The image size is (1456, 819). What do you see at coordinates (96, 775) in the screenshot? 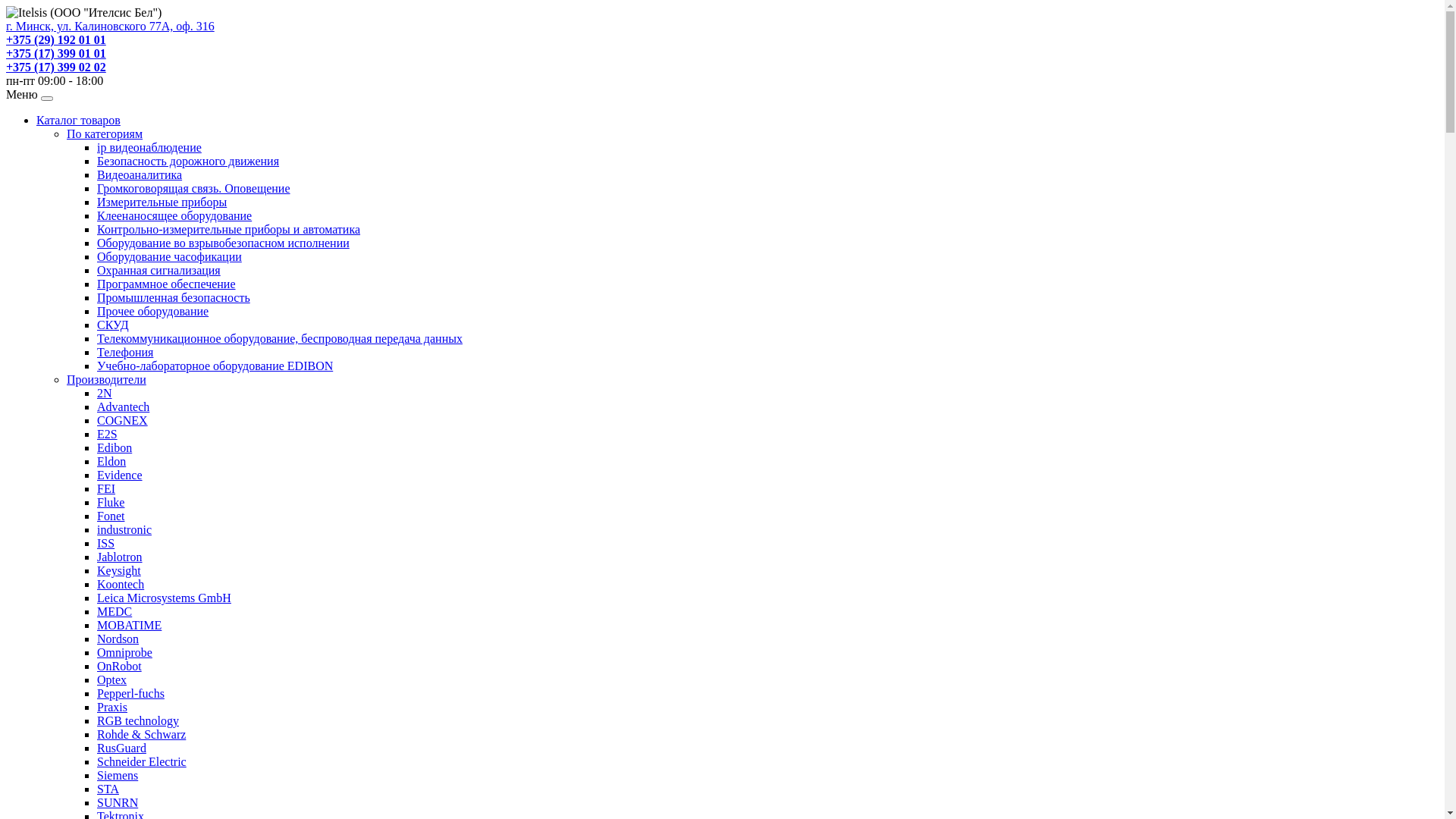
I see `'Siemens'` at bounding box center [96, 775].